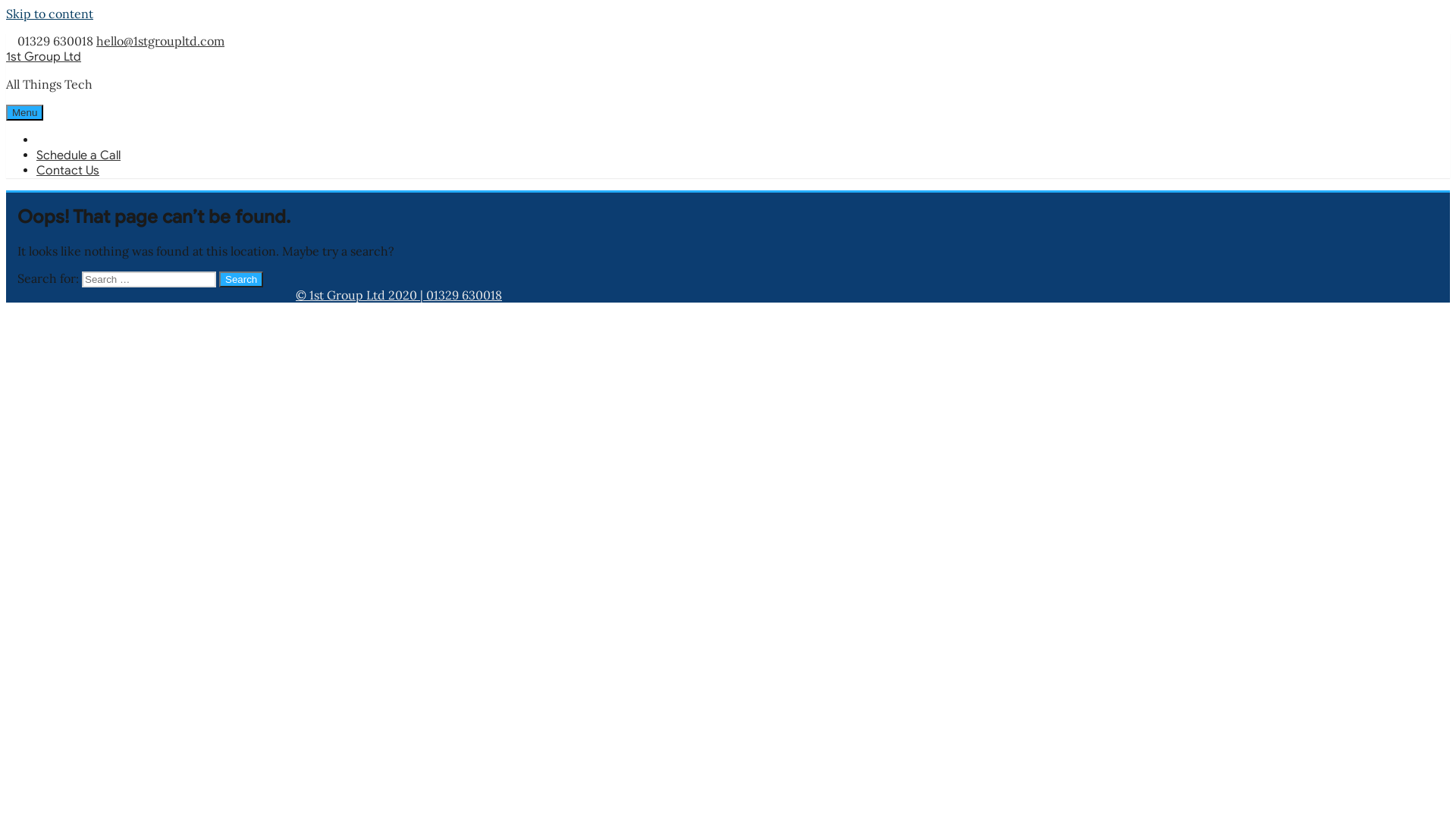 This screenshot has width=1456, height=819. What do you see at coordinates (95, 40) in the screenshot?
I see `'hello@1stgroupltd.com'` at bounding box center [95, 40].